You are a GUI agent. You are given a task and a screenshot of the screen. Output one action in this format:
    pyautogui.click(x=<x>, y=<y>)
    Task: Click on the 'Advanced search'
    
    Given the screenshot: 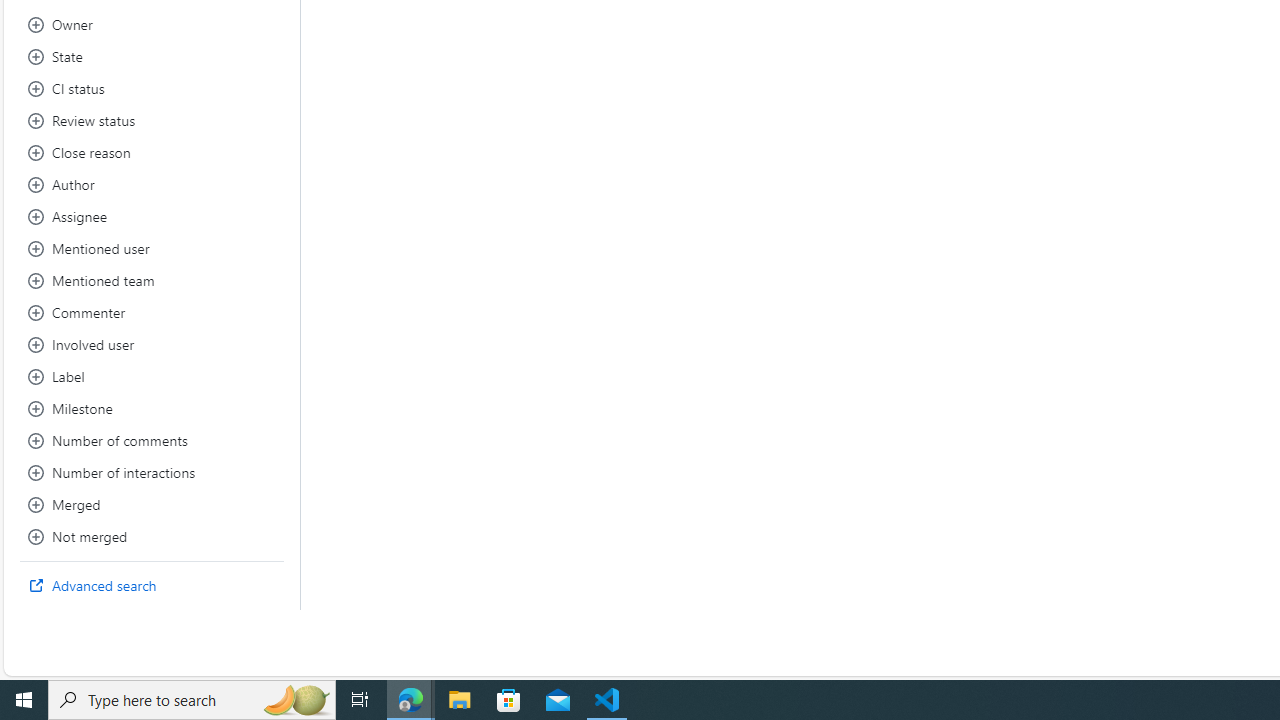 What is the action you would take?
    pyautogui.click(x=151, y=585)
    